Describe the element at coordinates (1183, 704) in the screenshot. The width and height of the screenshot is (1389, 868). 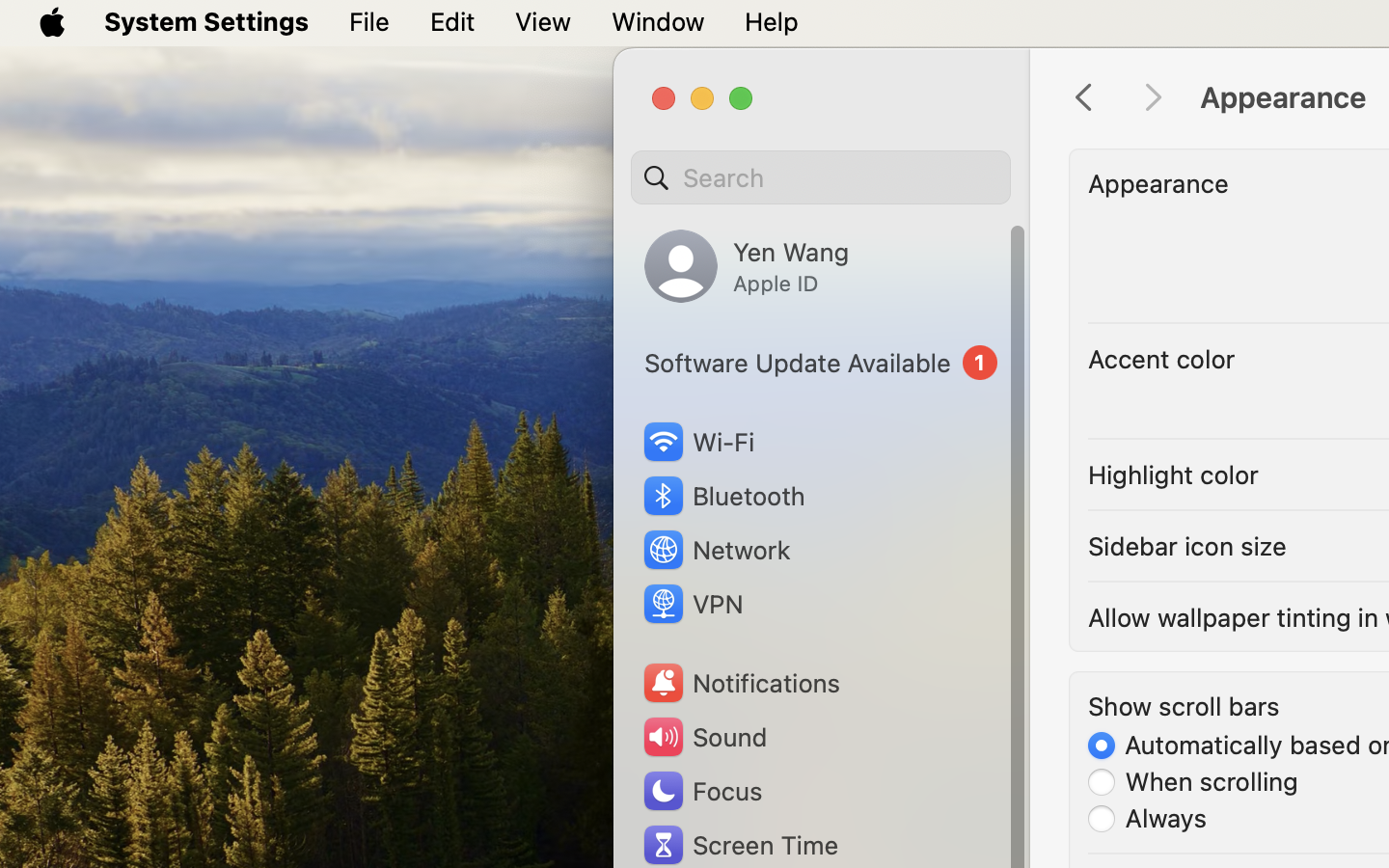
I see `'Show scroll bars'` at that location.